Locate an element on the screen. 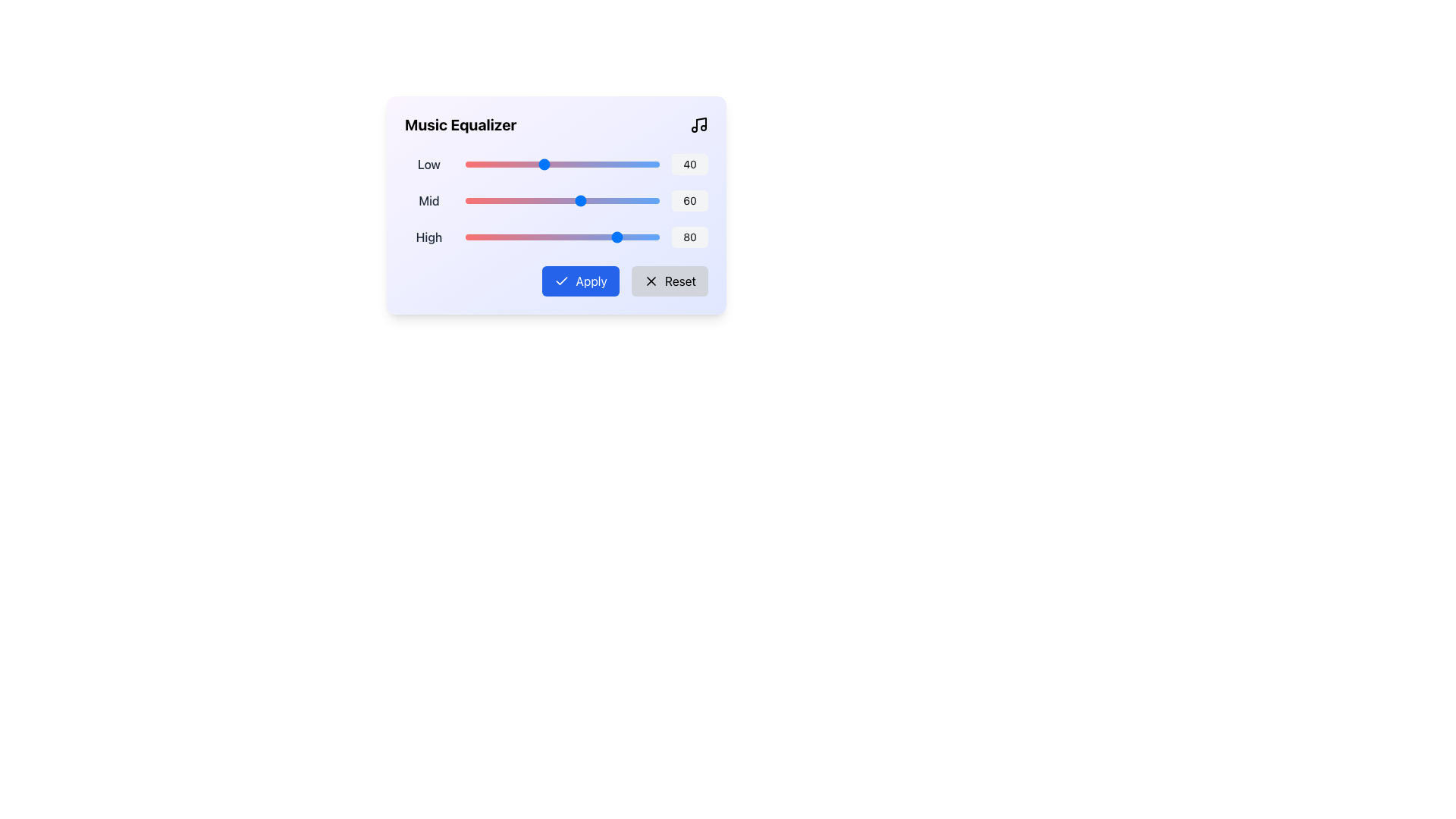  the 'Mid' equalizer slider is located at coordinates (597, 200).